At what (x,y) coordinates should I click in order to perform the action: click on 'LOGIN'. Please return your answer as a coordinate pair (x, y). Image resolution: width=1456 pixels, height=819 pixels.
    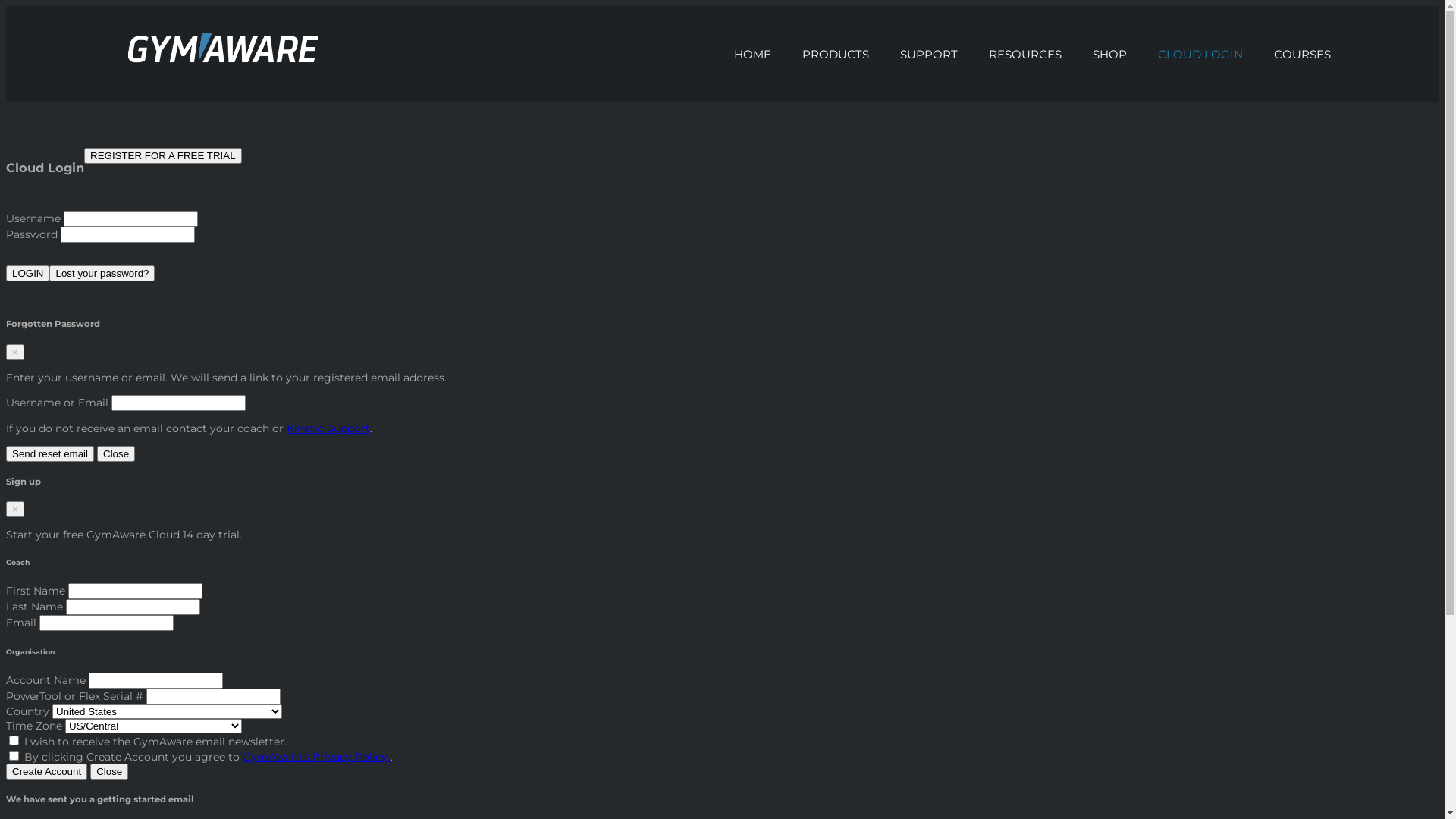
    Looking at the image, I should click on (27, 273).